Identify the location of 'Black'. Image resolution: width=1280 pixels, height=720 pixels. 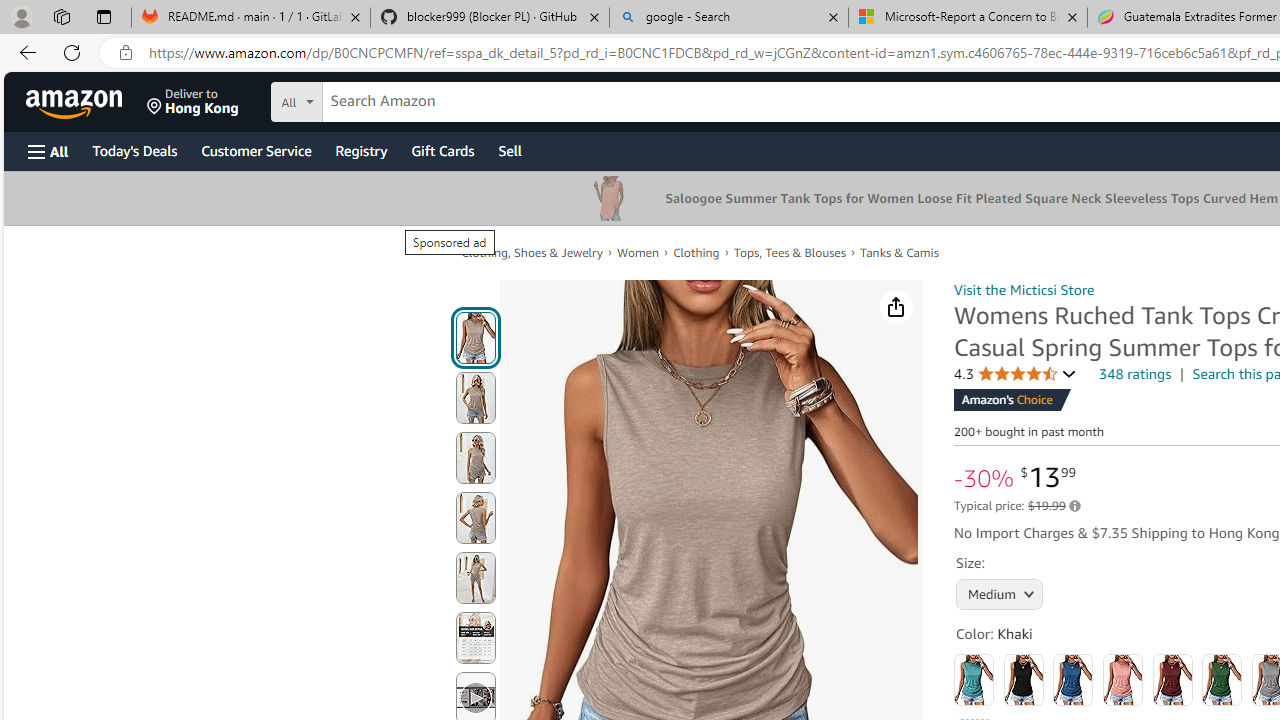
(1023, 679).